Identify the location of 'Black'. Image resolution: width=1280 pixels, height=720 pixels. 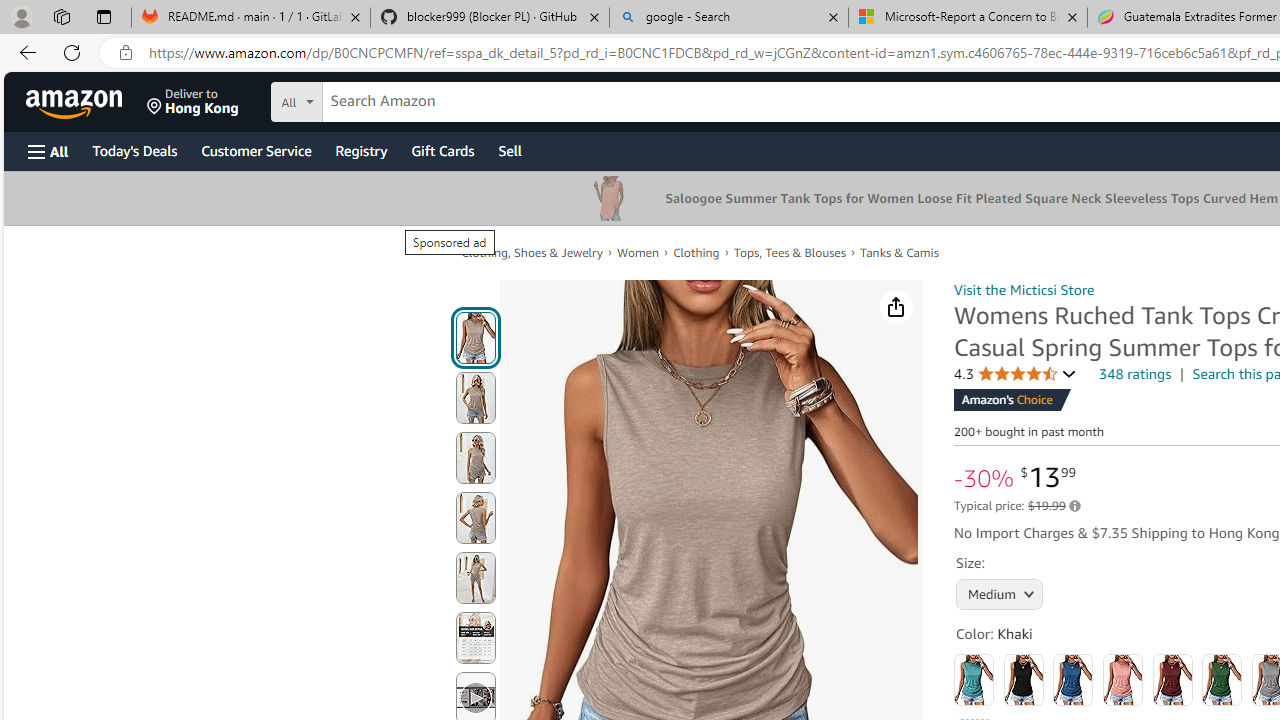
(1023, 679).